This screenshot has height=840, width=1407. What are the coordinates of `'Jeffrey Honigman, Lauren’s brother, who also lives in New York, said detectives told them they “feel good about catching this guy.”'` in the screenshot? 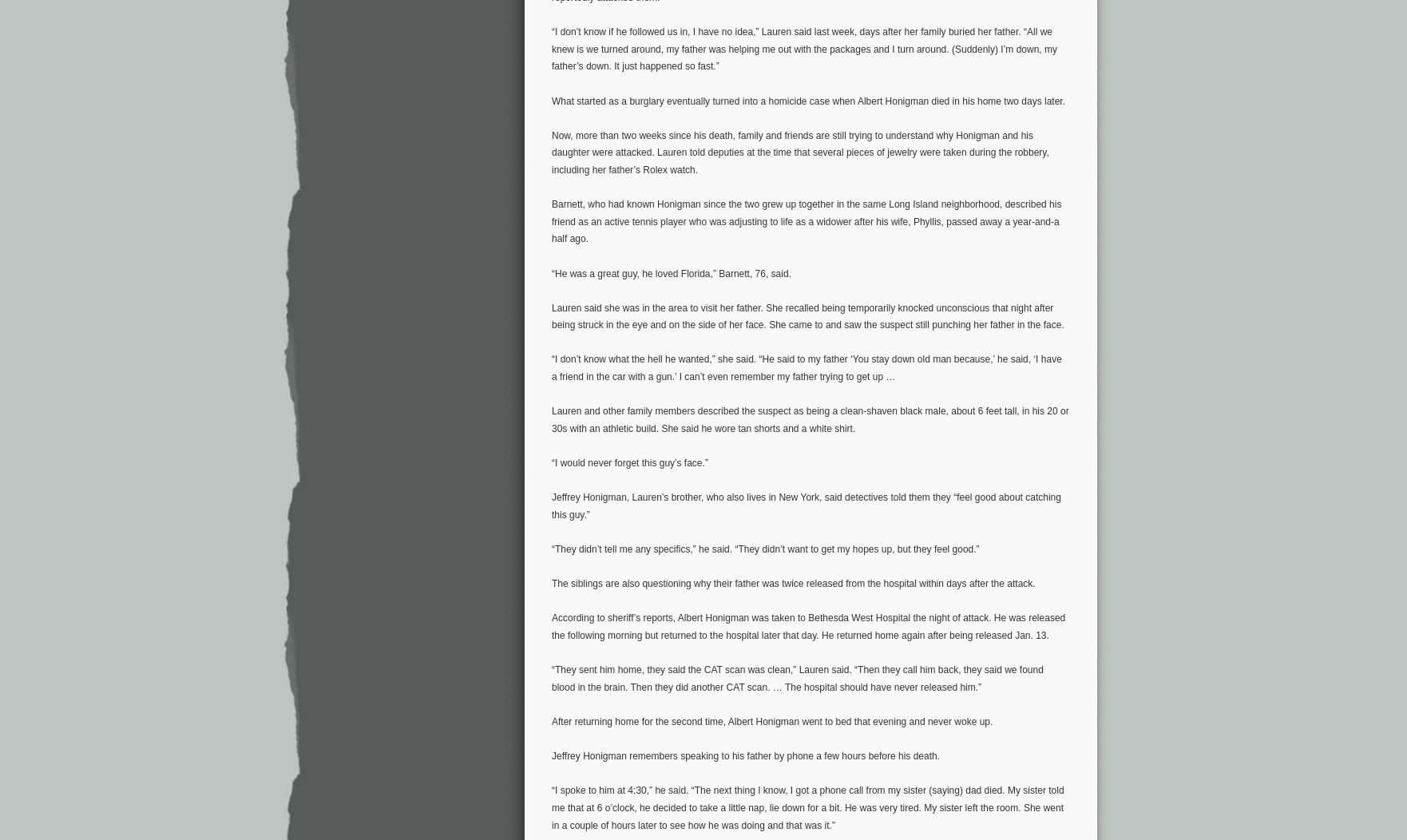 It's located at (806, 505).